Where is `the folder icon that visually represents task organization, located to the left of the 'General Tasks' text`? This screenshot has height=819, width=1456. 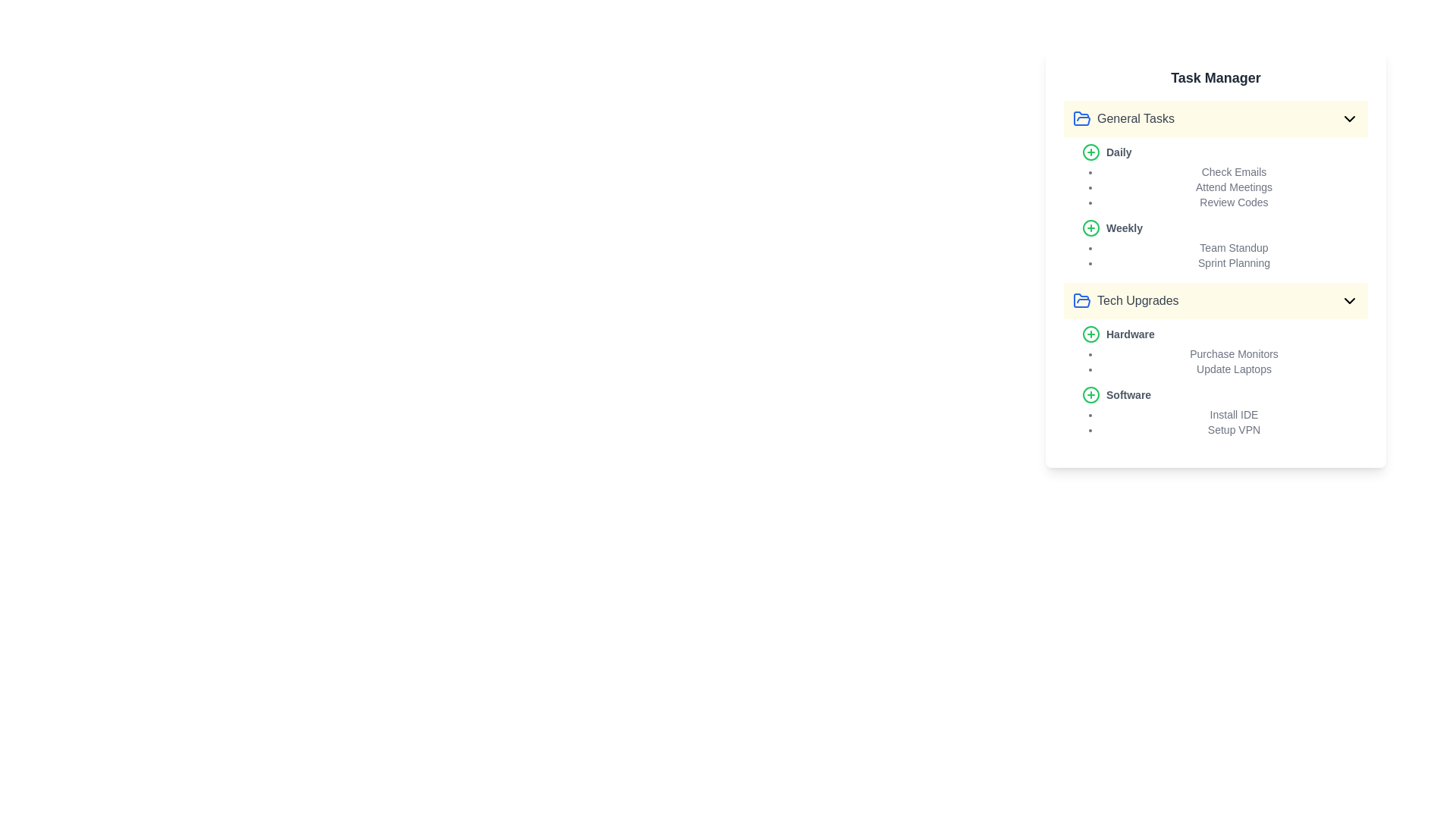
the folder icon that visually represents task organization, located to the left of the 'General Tasks' text is located at coordinates (1081, 118).